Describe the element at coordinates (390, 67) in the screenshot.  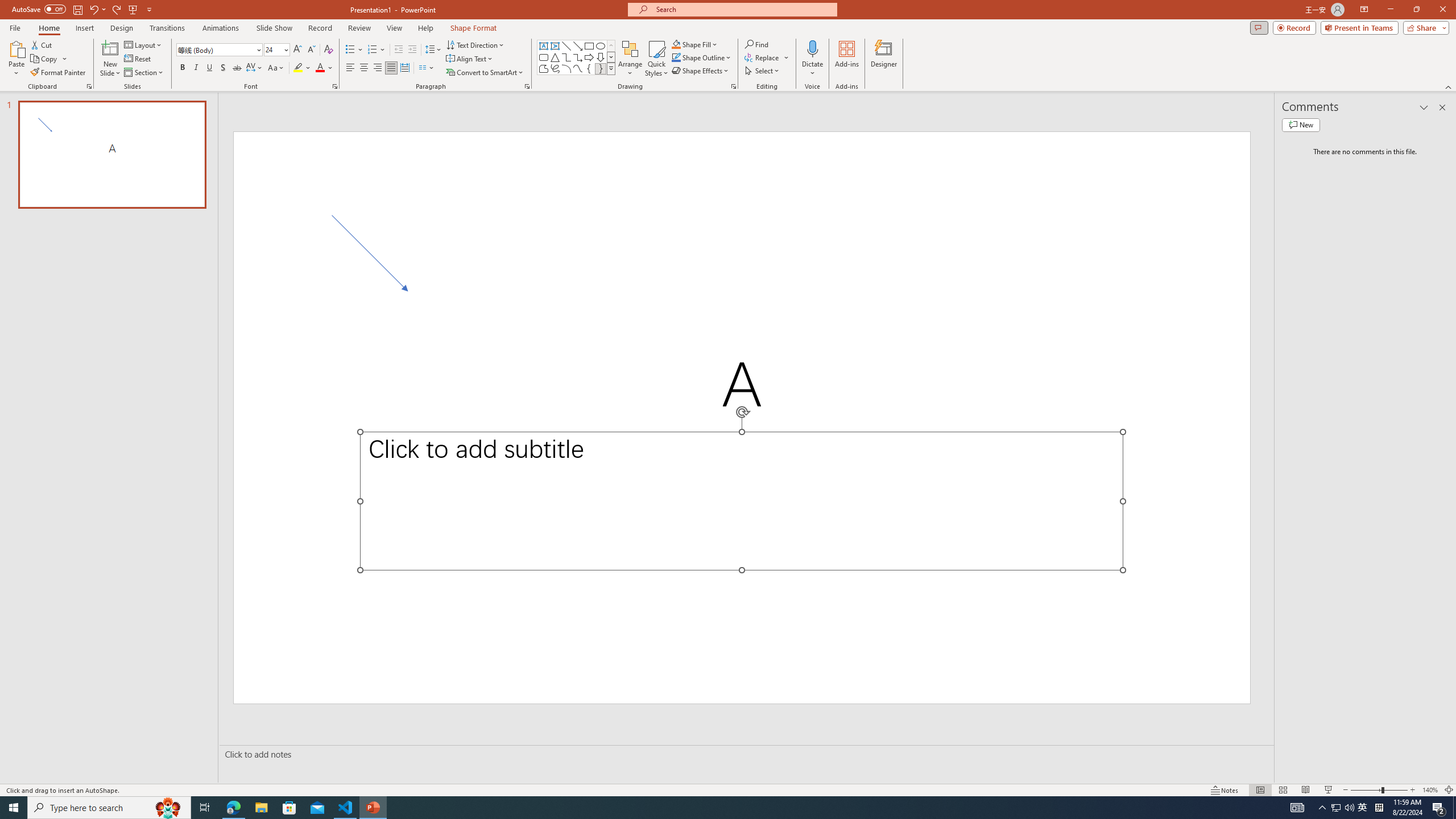
I see `'Justify'` at that location.